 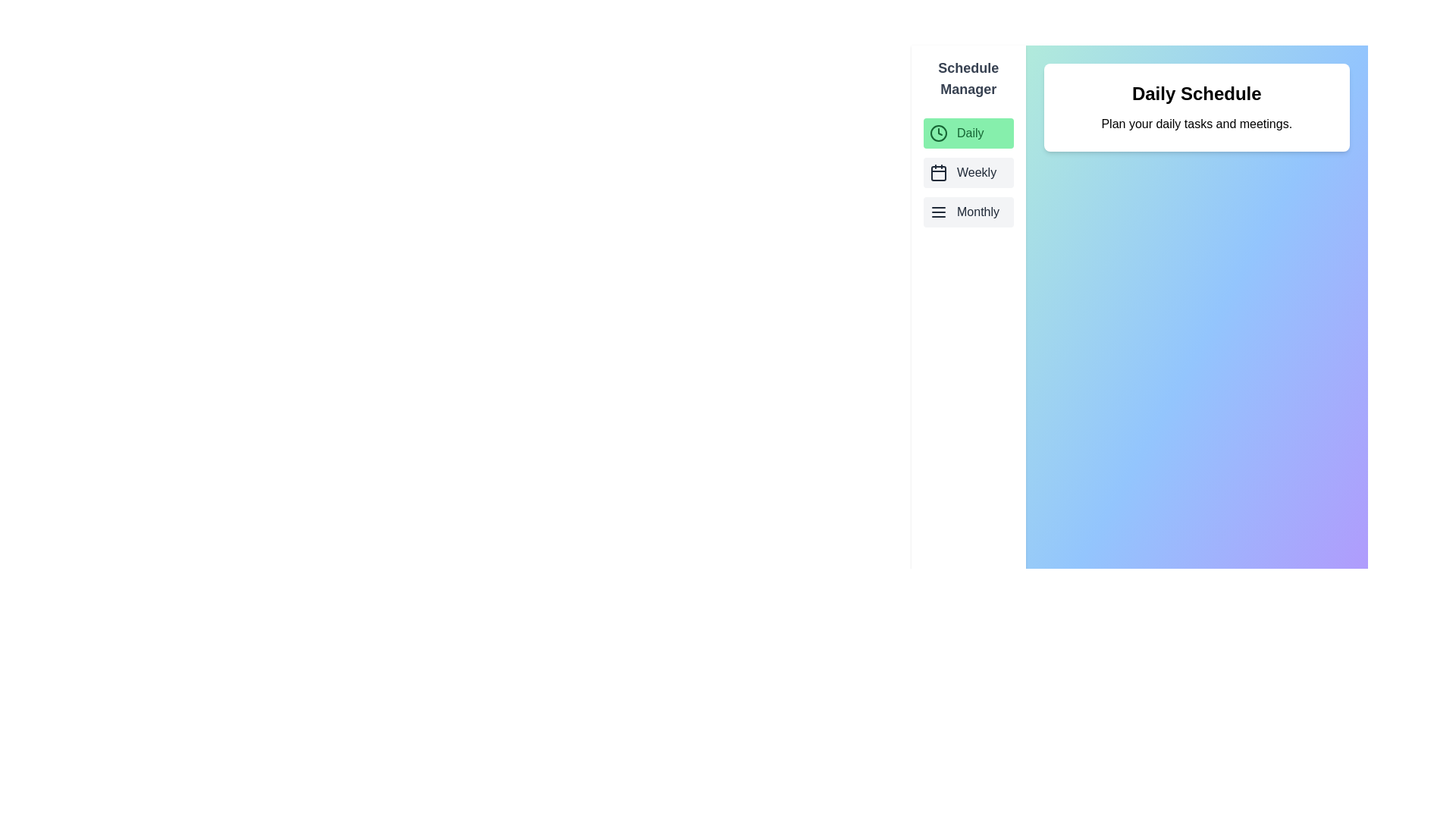 What do you see at coordinates (967, 171) in the screenshot?
I see `the schedule Weekly from the list` at bounding box center [967, 171].